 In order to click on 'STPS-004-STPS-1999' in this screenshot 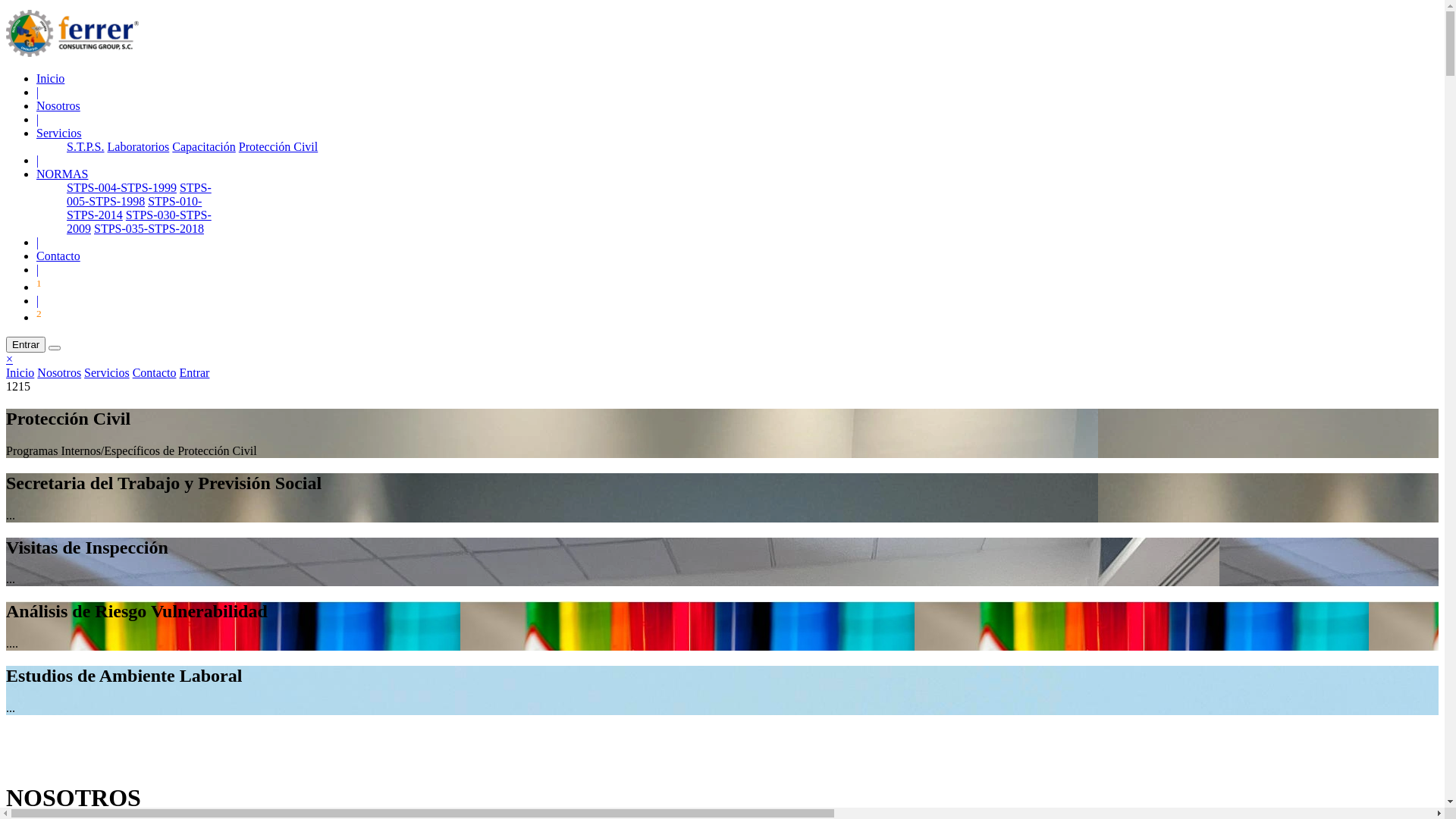, I will do `click(65, 187)`.